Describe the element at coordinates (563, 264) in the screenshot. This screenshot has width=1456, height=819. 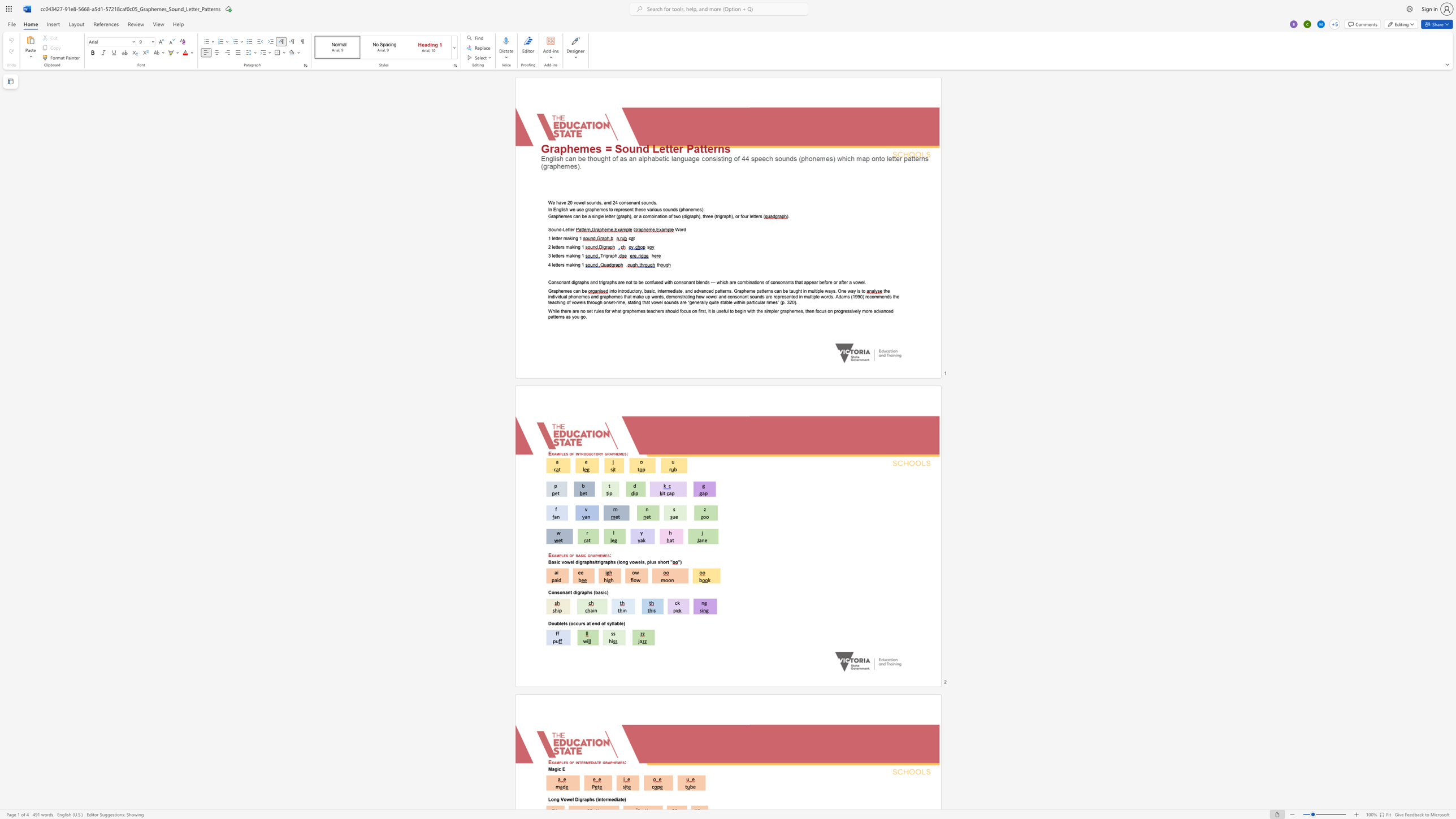
I see `the 1th character "s" in the text` at that location.